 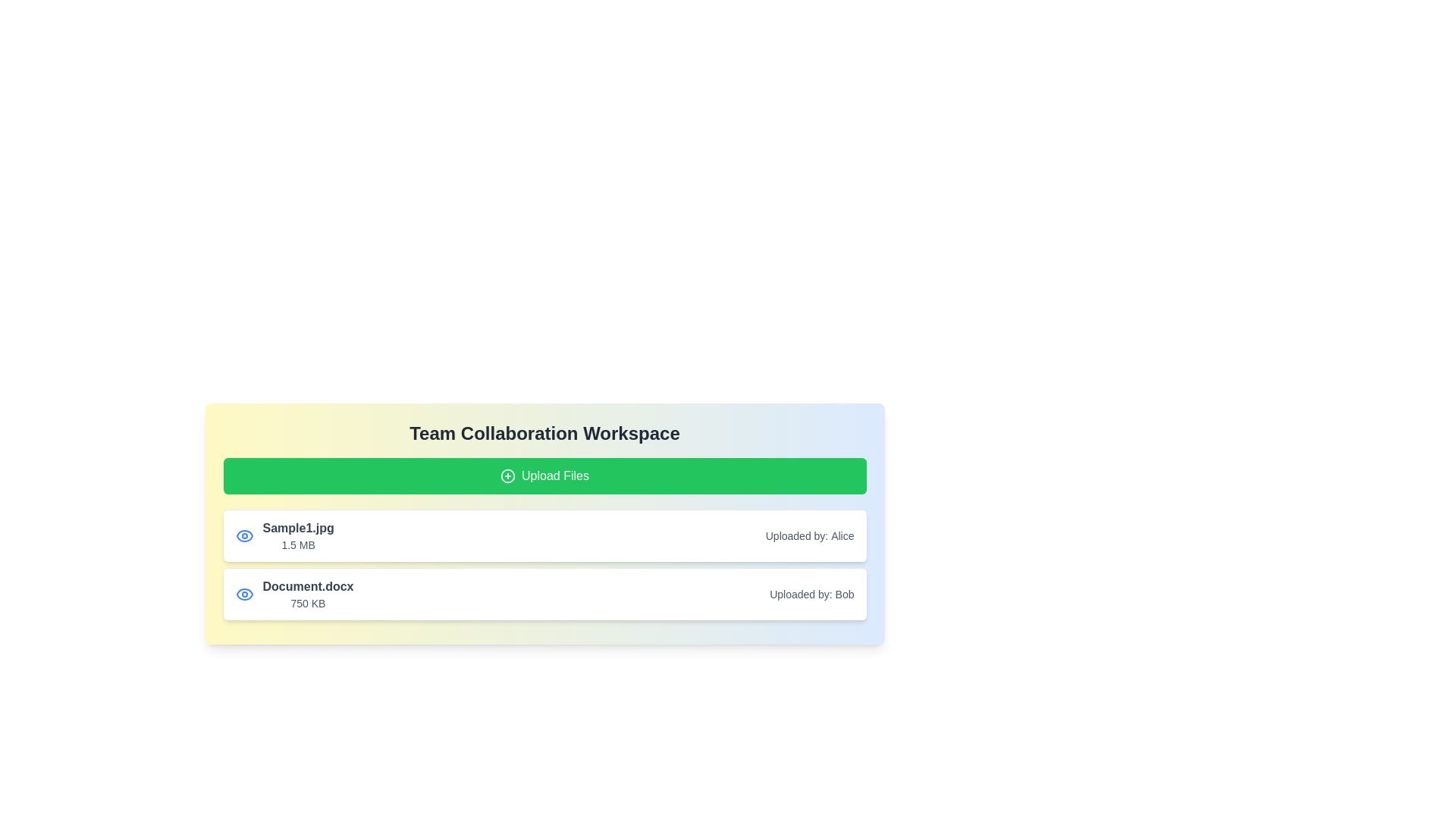 What do you see at coordinates (298, 528) in the screenshot?
I see `the static text label displaying 'Sample1.jpg' in bold within the file listing interface` at bounding box center [298, 528].